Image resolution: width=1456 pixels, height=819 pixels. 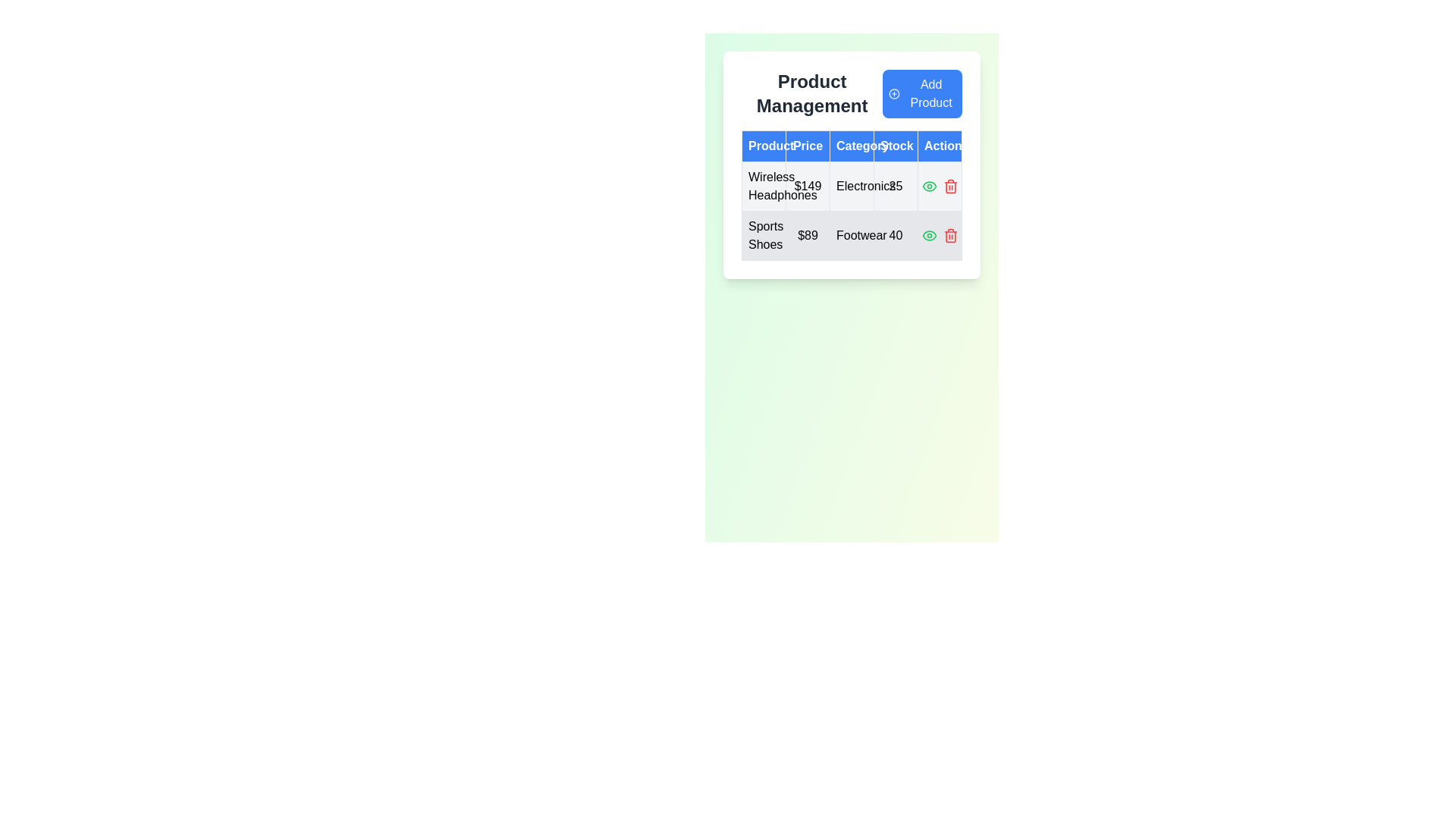 I want to click on the Text label displaying '40' under the 'Stock' column in the row labeled 'Sports Shoes', so click(x=896, y=236).